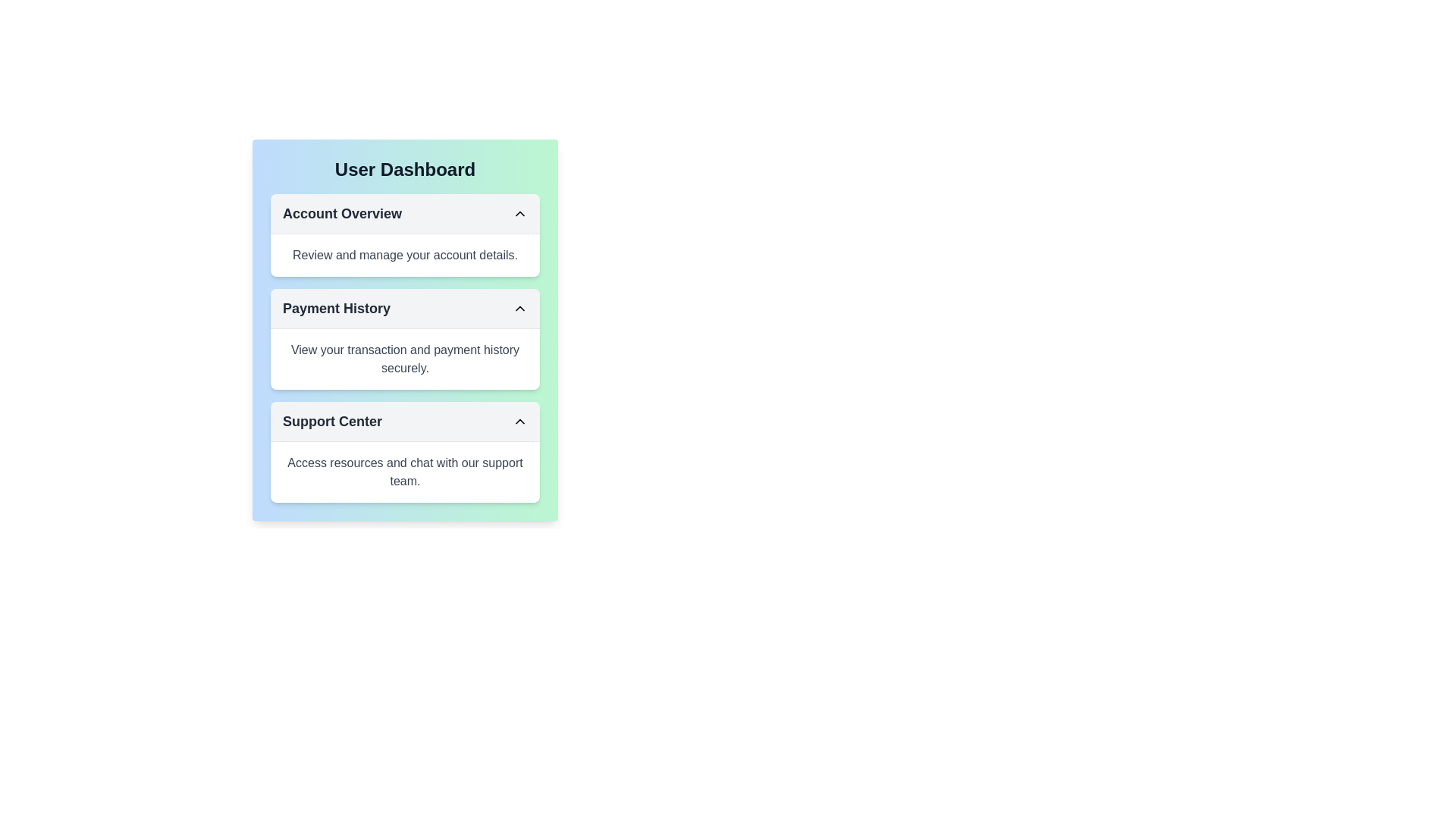  Describe the element at coordinates (405, 471) in the screenshot. I see `the text block containing the phrase 'Access resources and chat with our support team.' which is located at the bottom of the 'Support Center' section` at that location.